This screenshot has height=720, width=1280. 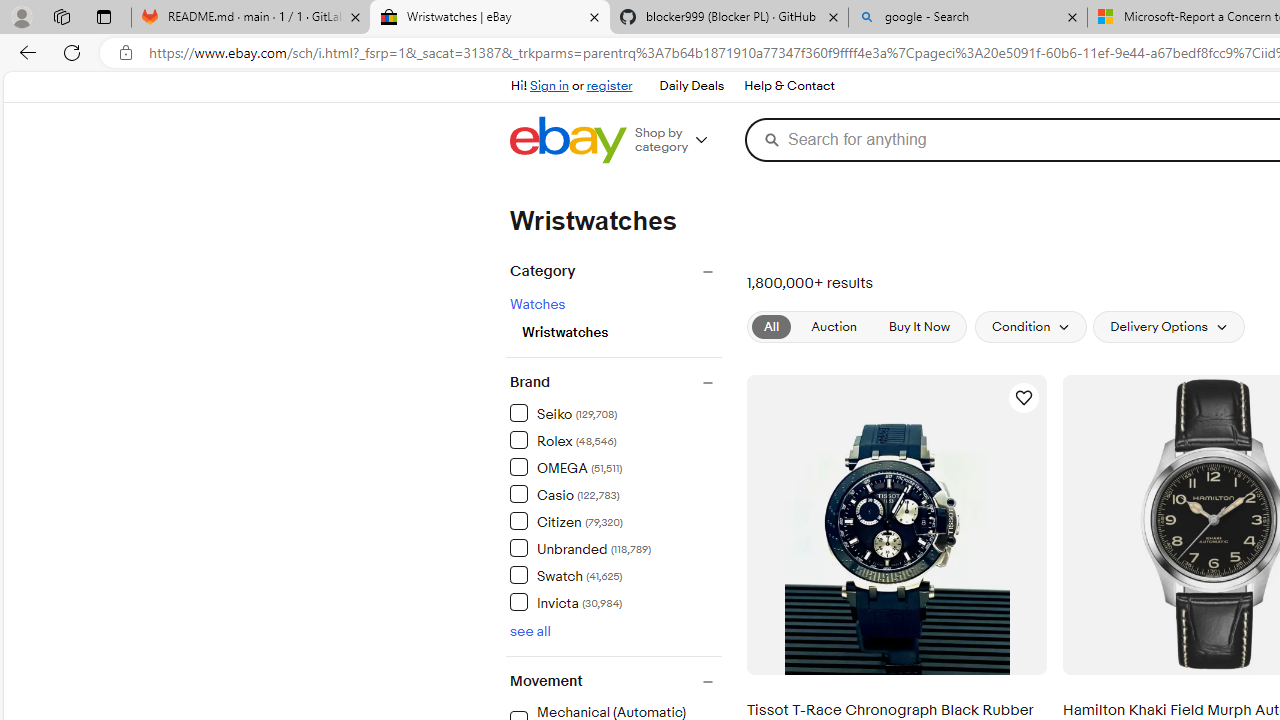 I want to click on 'Auction', so click(x=833, y=326).